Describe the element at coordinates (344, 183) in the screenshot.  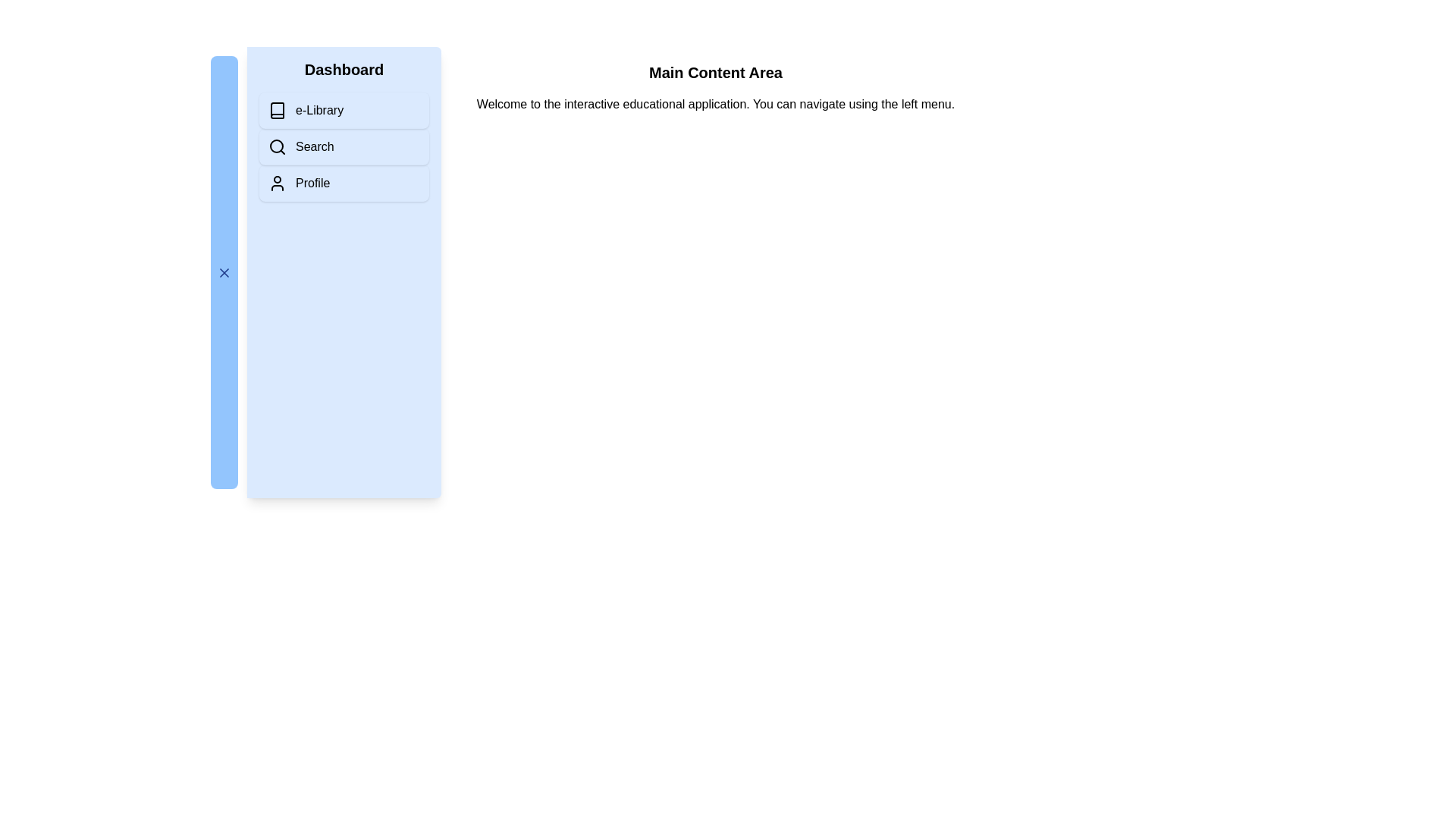
I see `the third list item in the left-side navigation panel to observe its hover effects` at that location.